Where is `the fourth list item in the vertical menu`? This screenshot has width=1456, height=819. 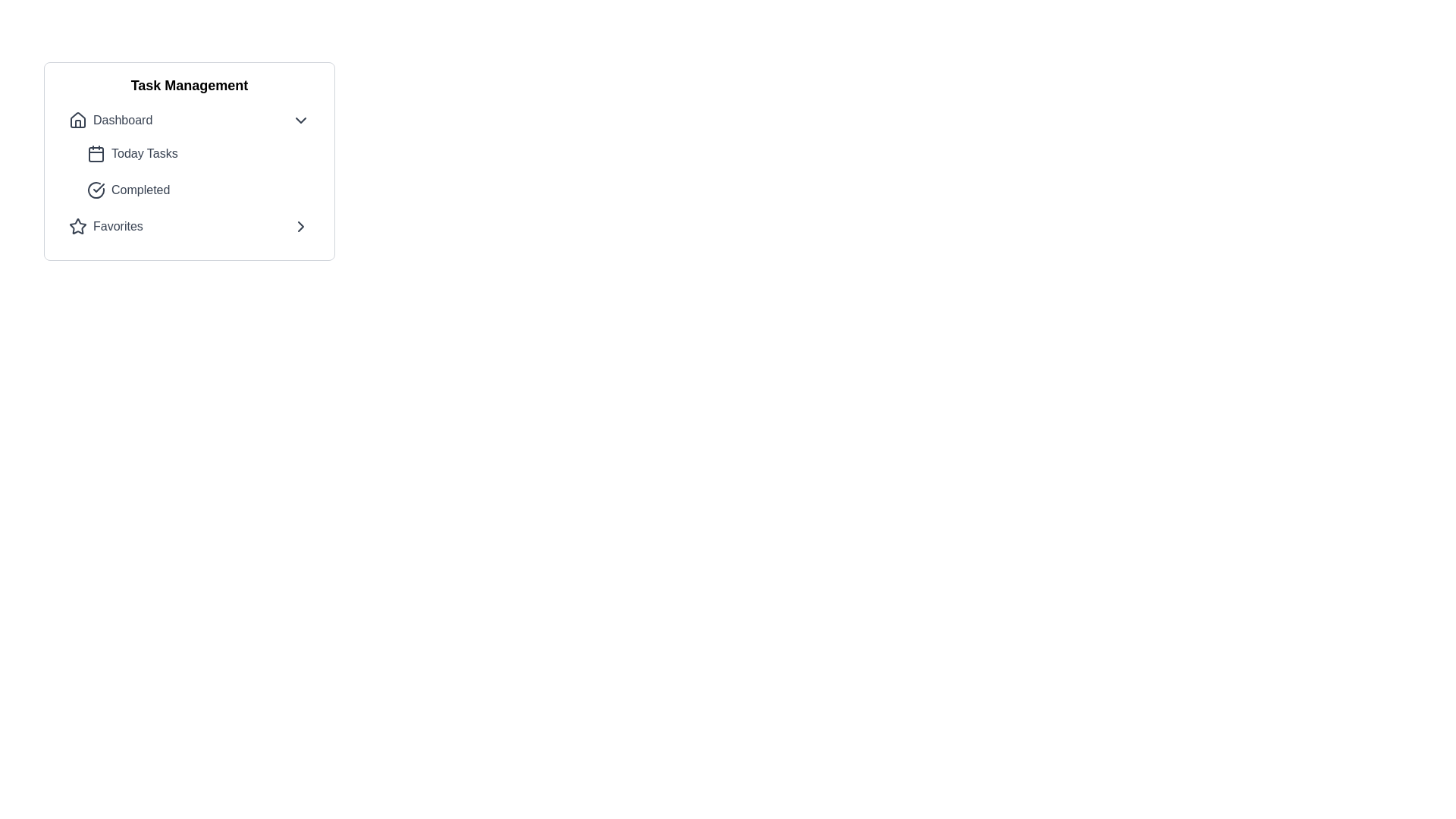
the fourth list item in the vertical menu is located at coordinates (188, 227).